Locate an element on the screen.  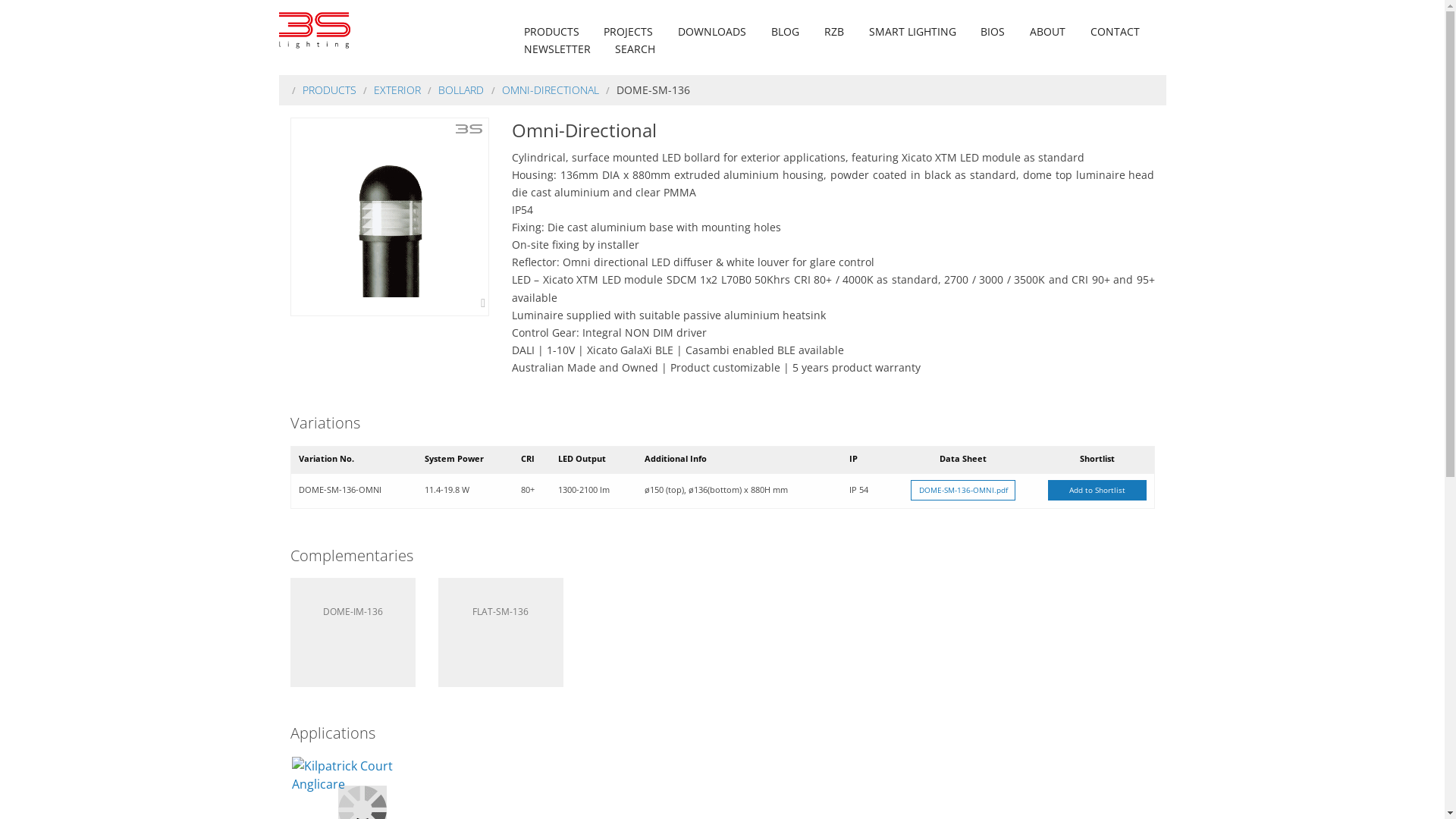
'BOLLARD' is located at coordinates (460, 89).